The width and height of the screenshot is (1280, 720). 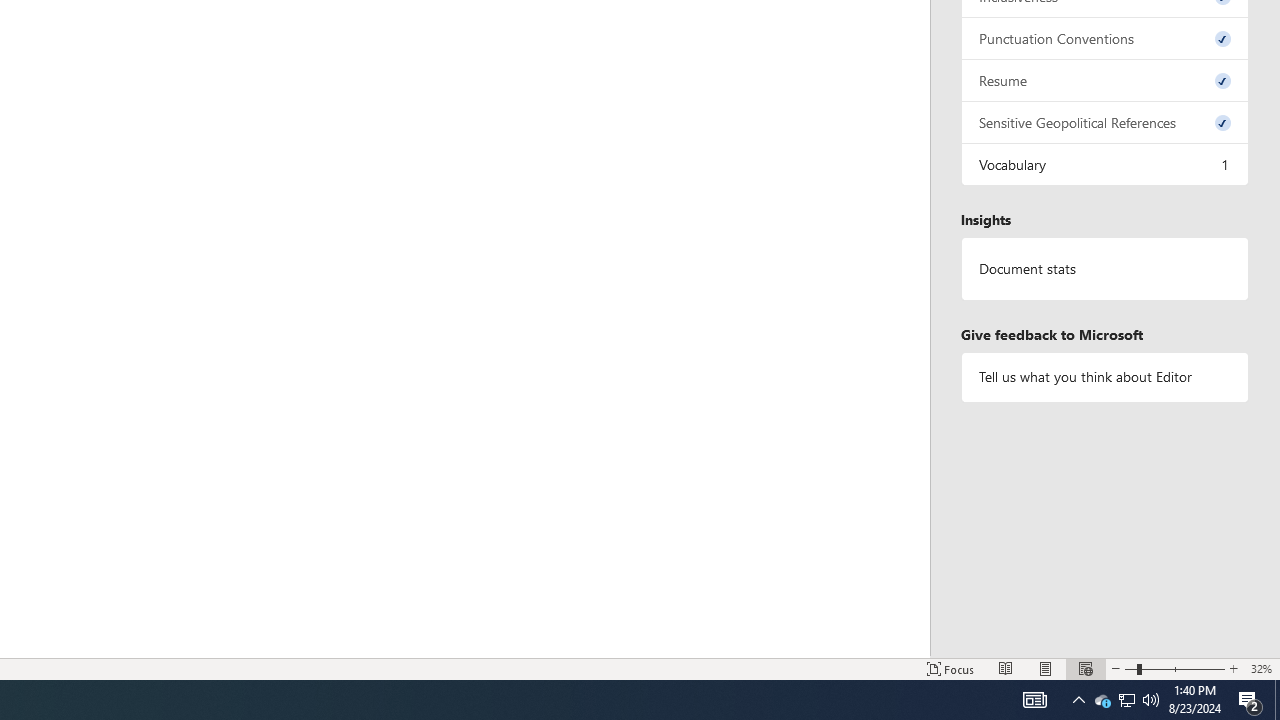 What do you see at coordinates (1104, 163) in the screenshot?
I see `'Vocabulary, 1 issue. Press space or enter to review items.'` at bounding box center [1104, 163].